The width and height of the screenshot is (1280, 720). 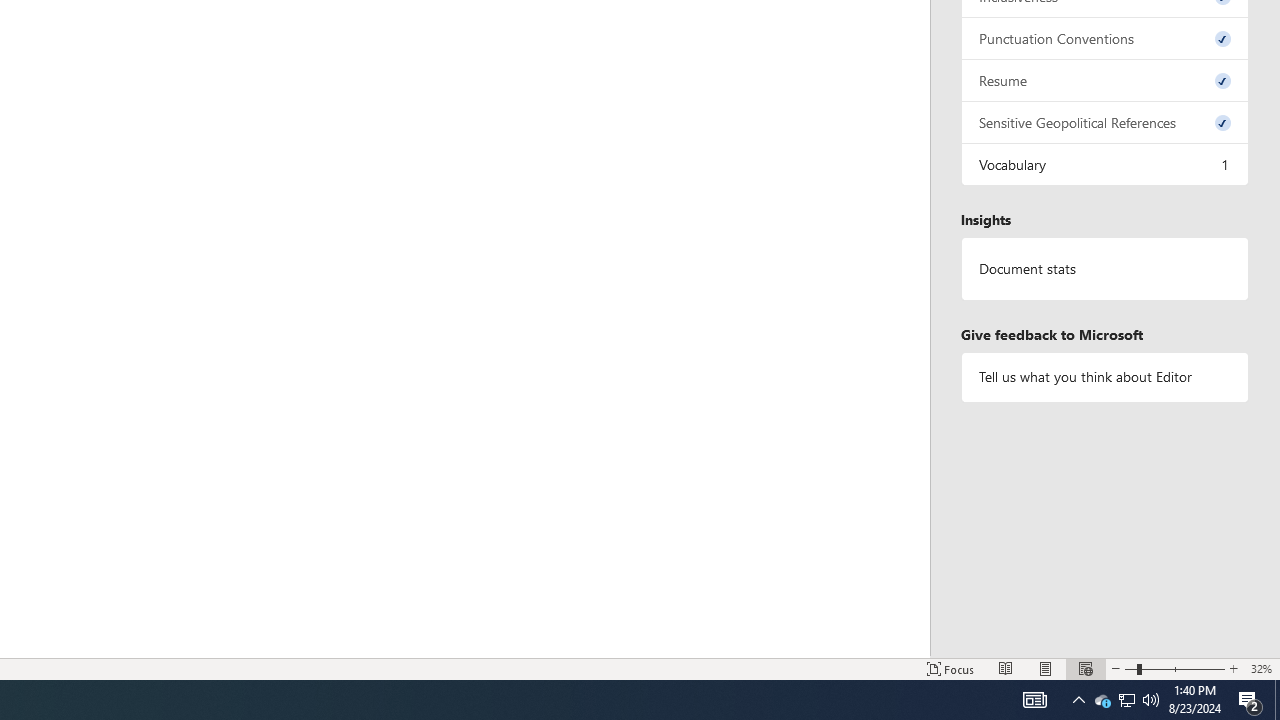 What do you see at coordinates (1104, 163) in the screenshot?
I see `'Vocabulary, 1 issue. Press space or enter to review items.'` at bounding box center [1104, 163].